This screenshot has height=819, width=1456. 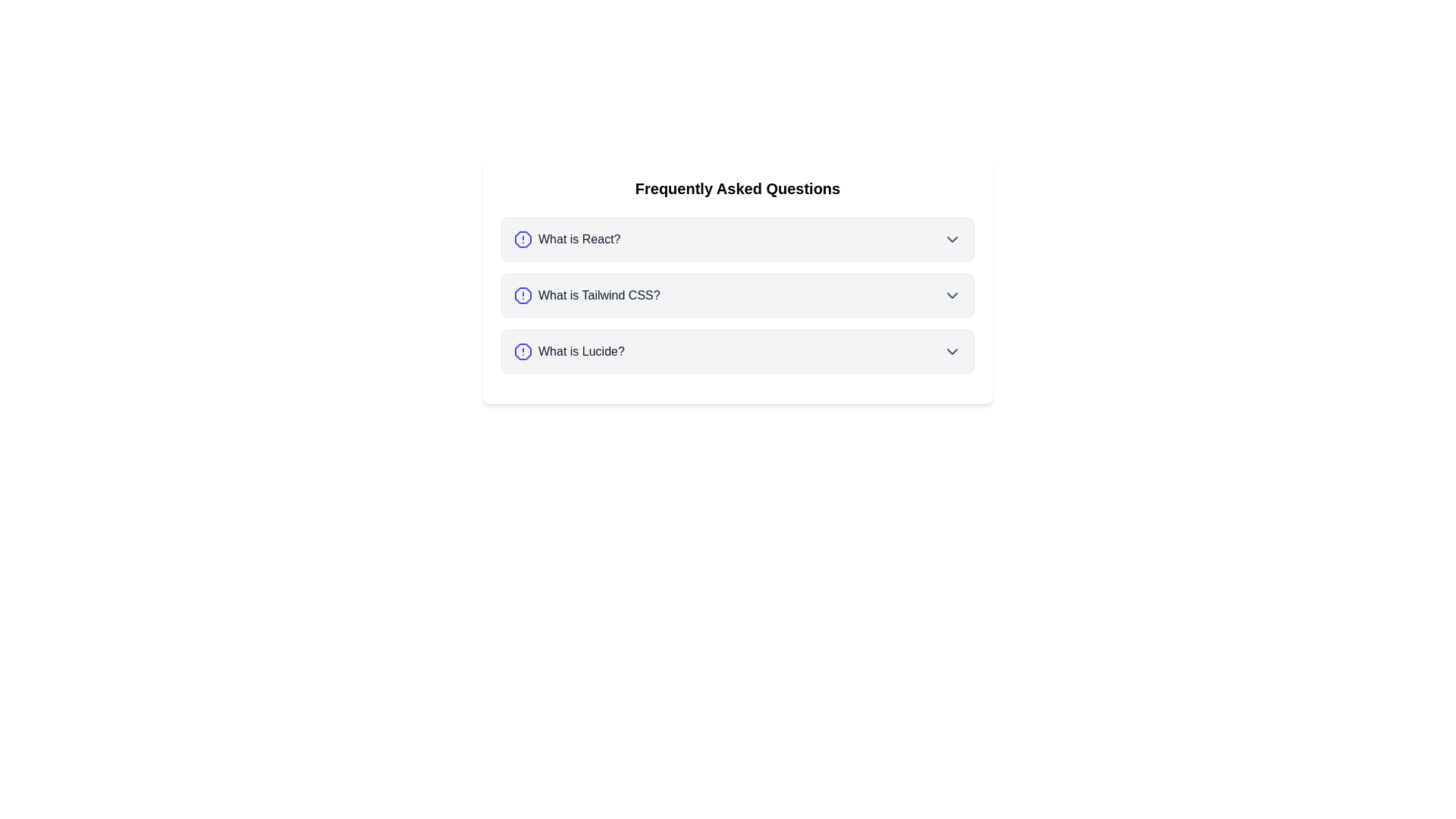 I want to click on the alert icon located at the top left corner of the 'What is React?' question block, so click(x=523, y=239).